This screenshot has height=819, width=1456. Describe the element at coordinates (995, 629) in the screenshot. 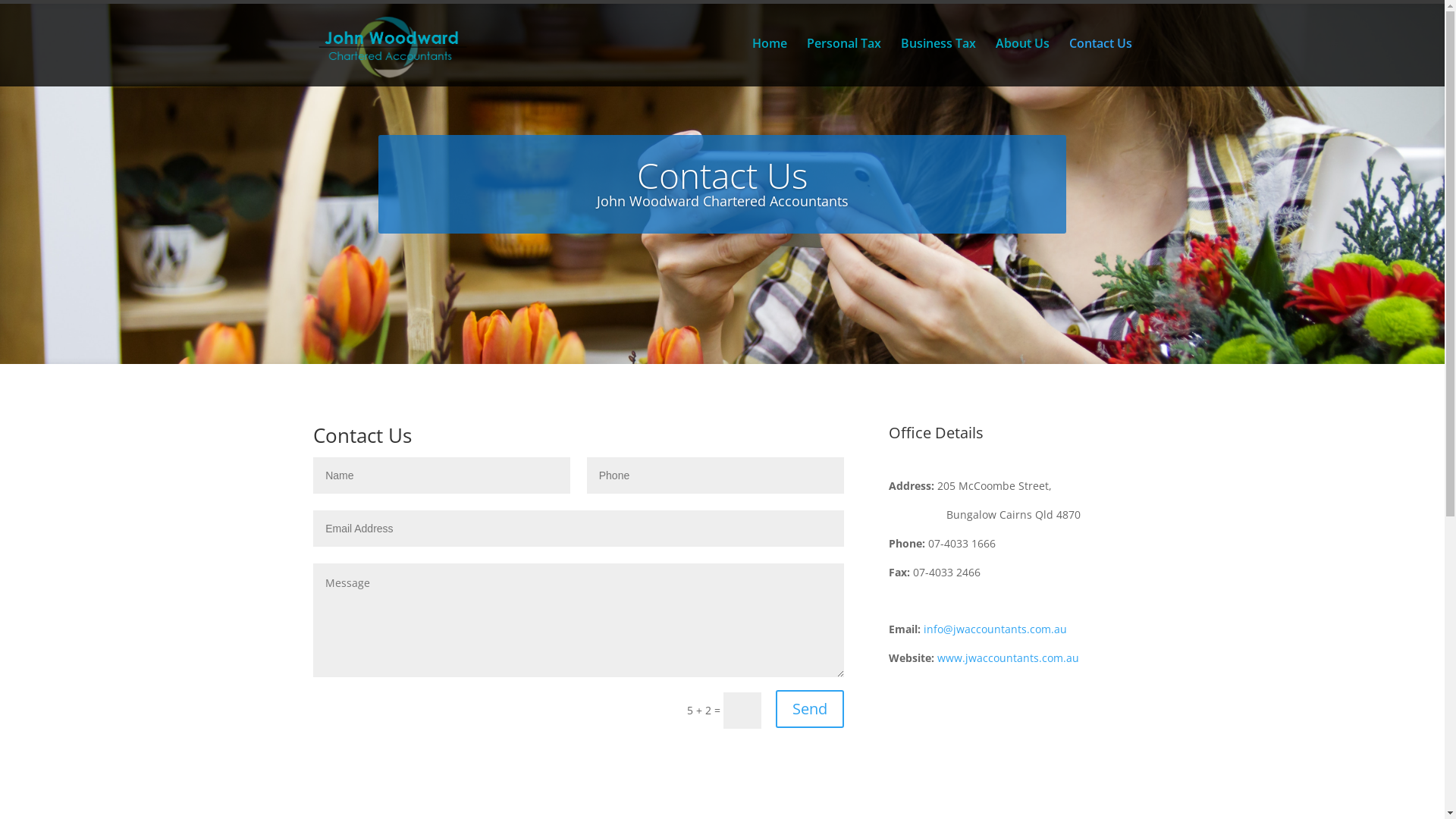

I see `'info@jwaccountants.com.au'` at that location.